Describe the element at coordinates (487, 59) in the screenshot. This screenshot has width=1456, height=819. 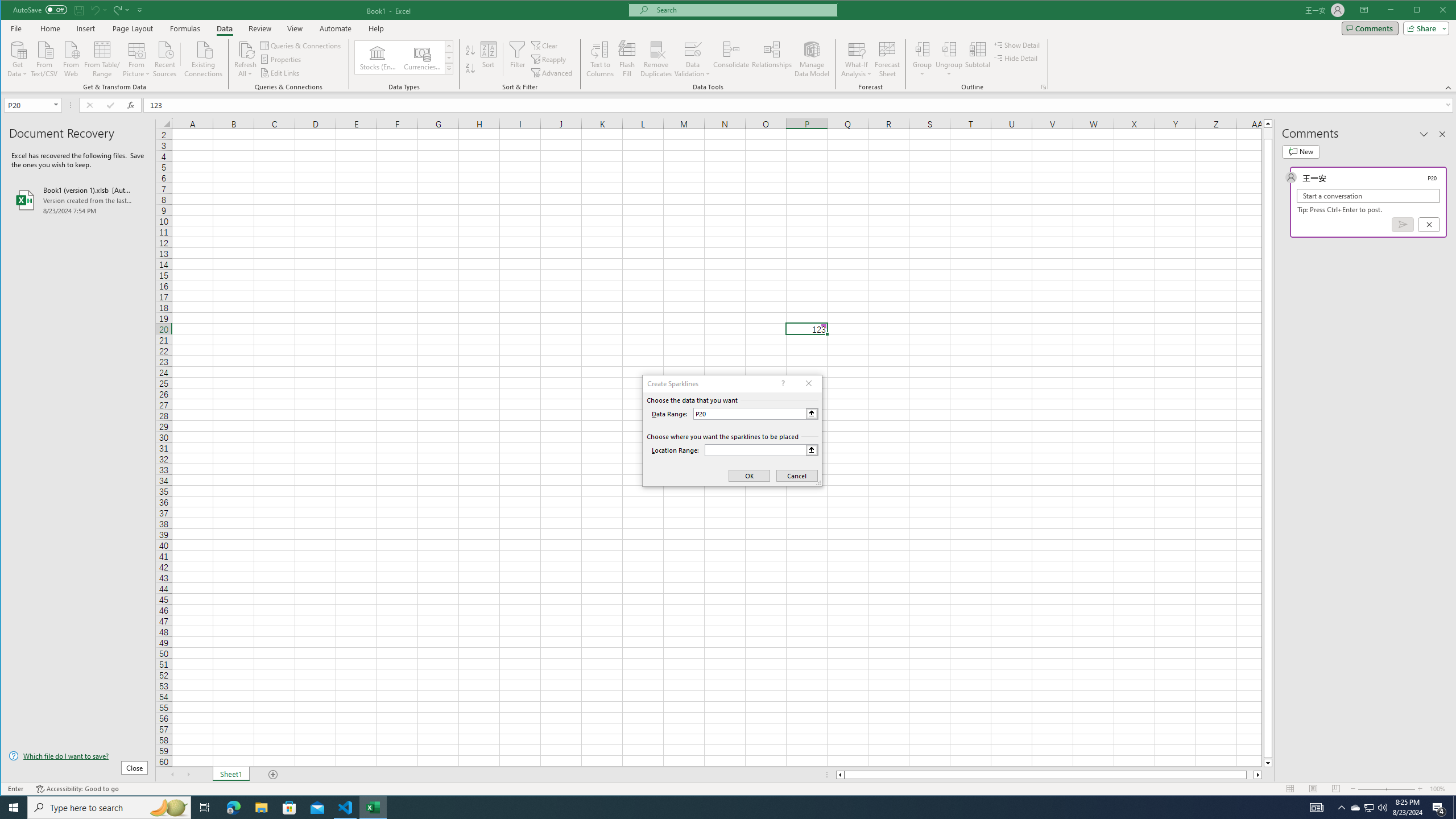
I see `'Sort...'` at that location.